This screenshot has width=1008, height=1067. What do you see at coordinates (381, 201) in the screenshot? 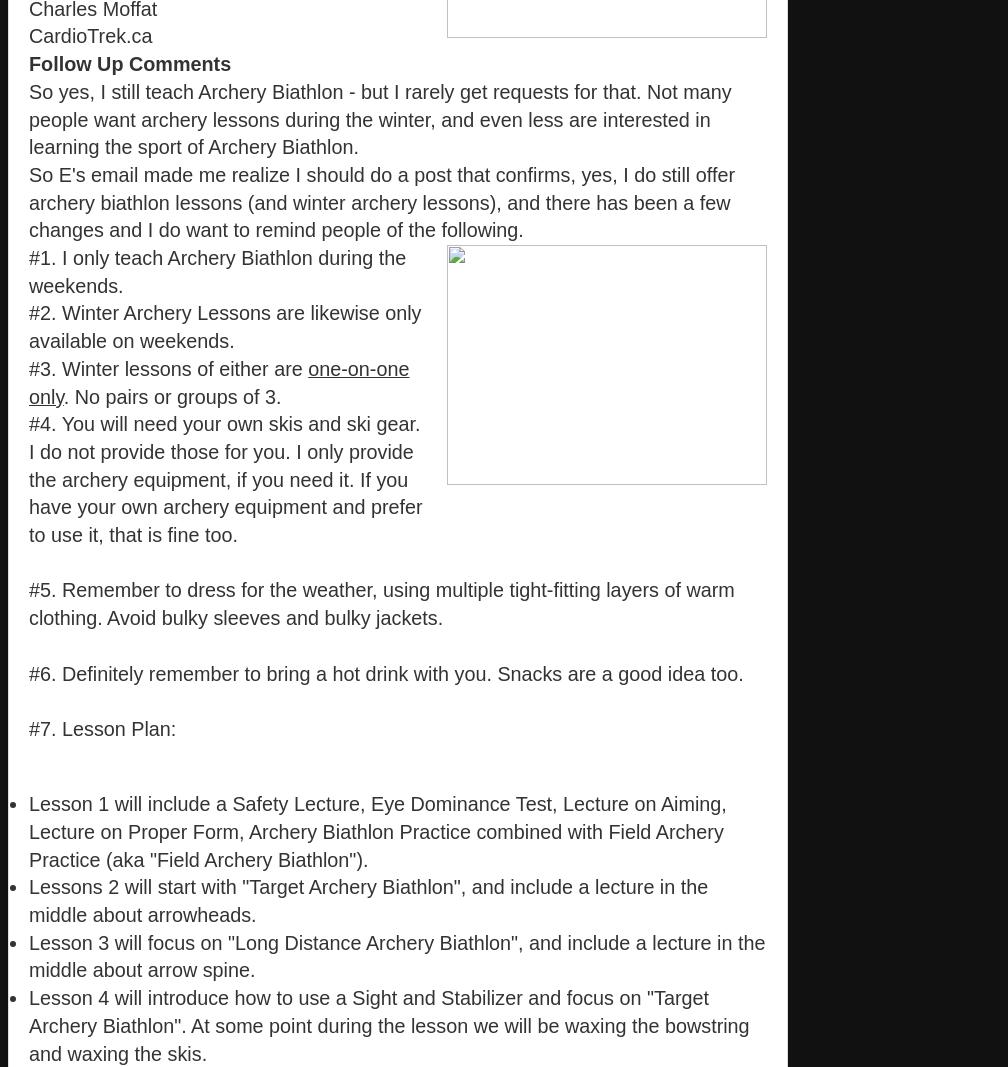
I see `'So E's email made me realize I should do a post that confirms, yes, I do still offer archery biathlon lessons (and winter archery lessons), and there has been a few changes and I do want to remind people of the following.'` at bounding box center [381, 201].